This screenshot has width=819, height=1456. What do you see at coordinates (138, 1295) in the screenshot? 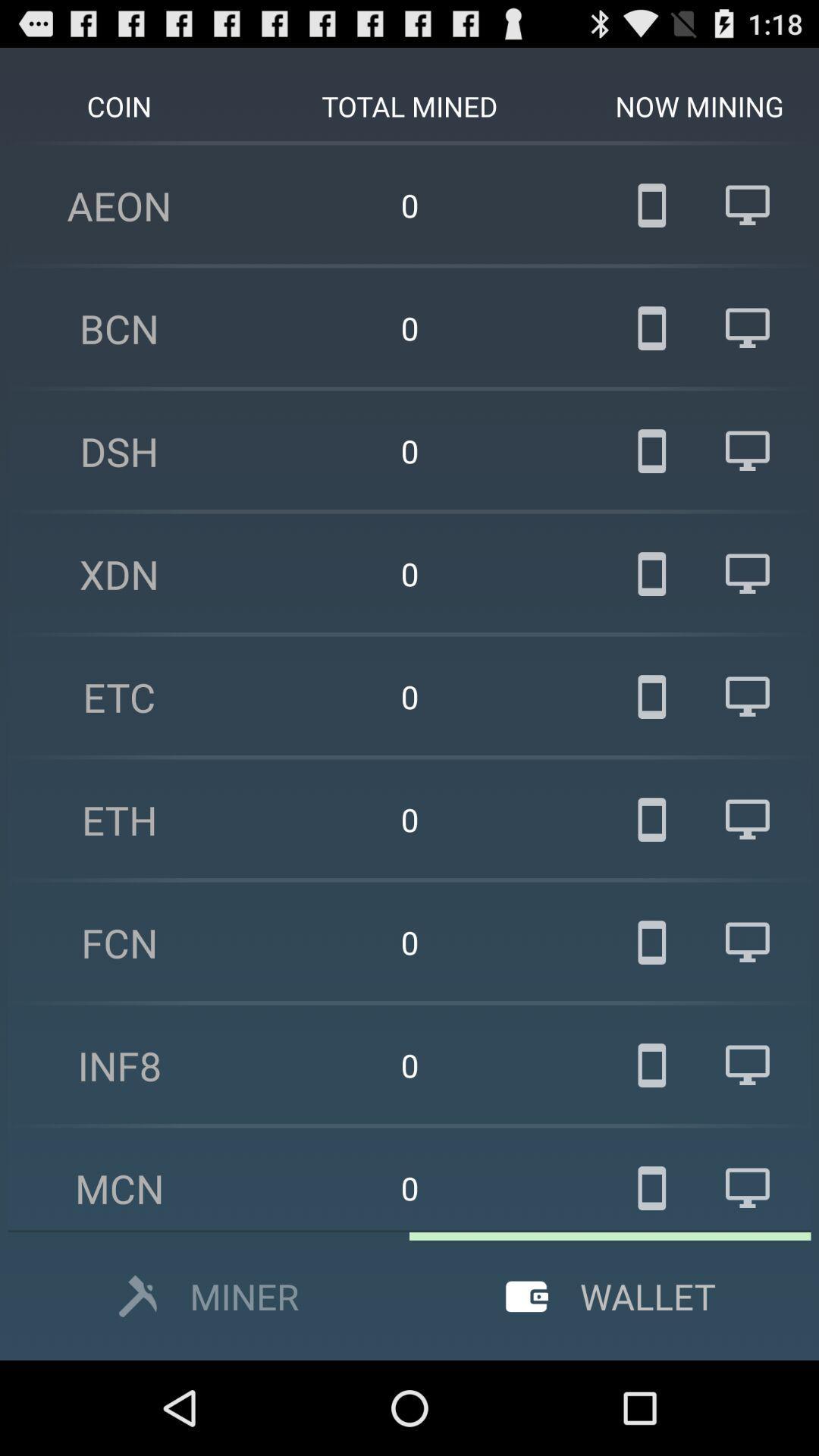
I see `the icon of miner at bottom left corner` at bounding box center [138, 1295].